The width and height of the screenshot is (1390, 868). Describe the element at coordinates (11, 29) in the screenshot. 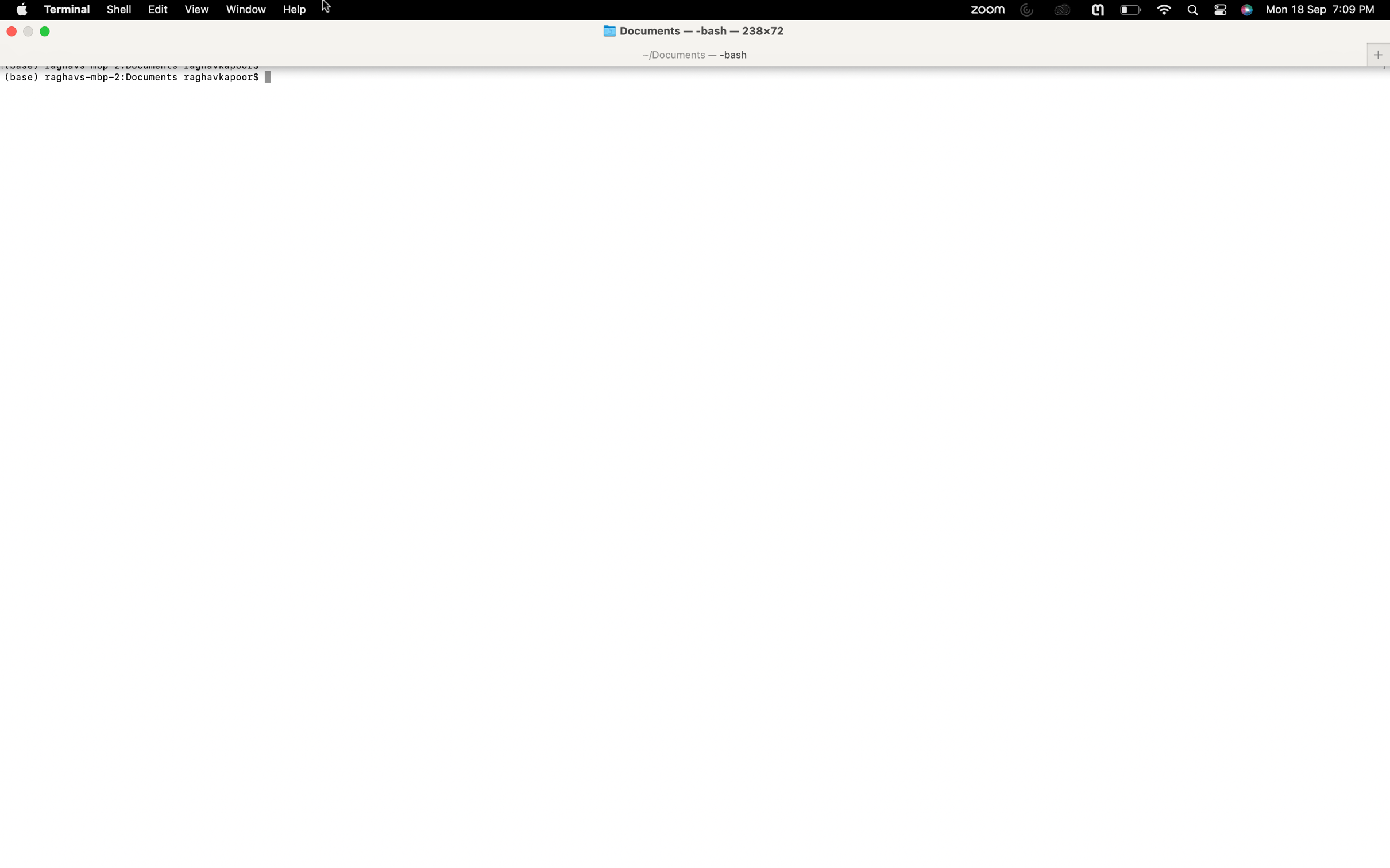

I see `the "close window" command to shut down the active window` at that location.